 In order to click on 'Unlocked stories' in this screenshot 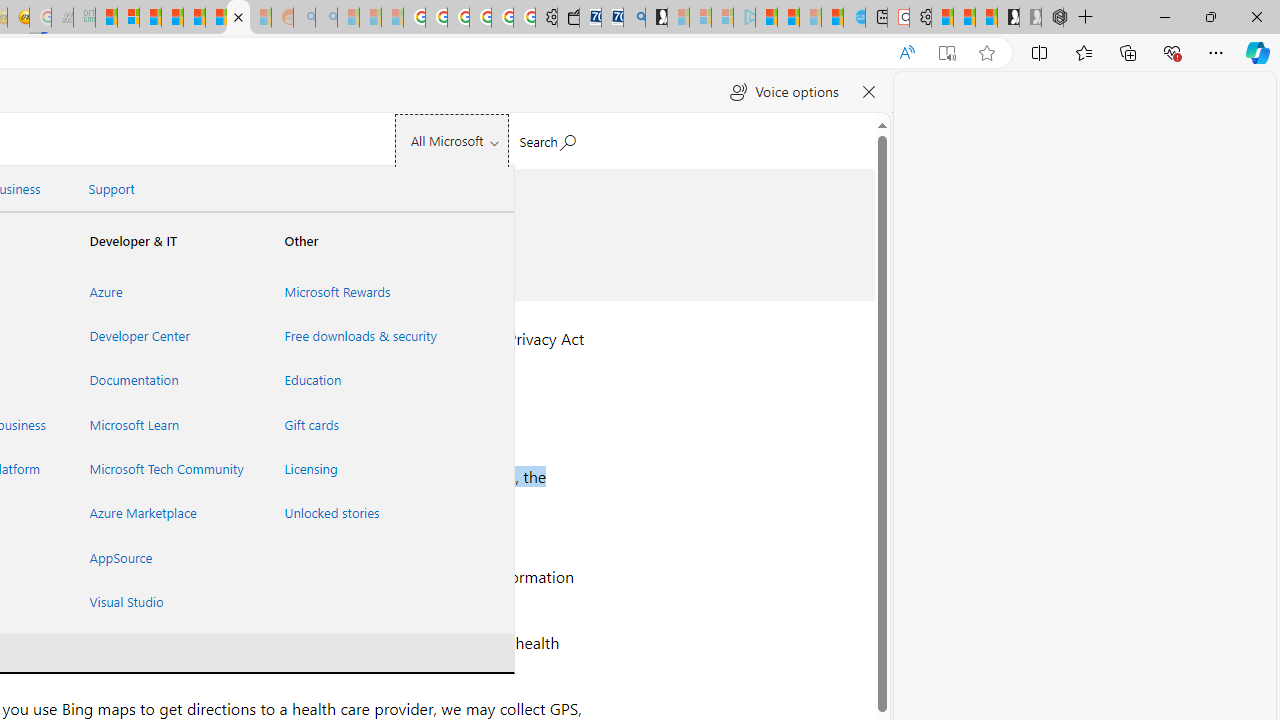, I will do `click(357, 512)`.